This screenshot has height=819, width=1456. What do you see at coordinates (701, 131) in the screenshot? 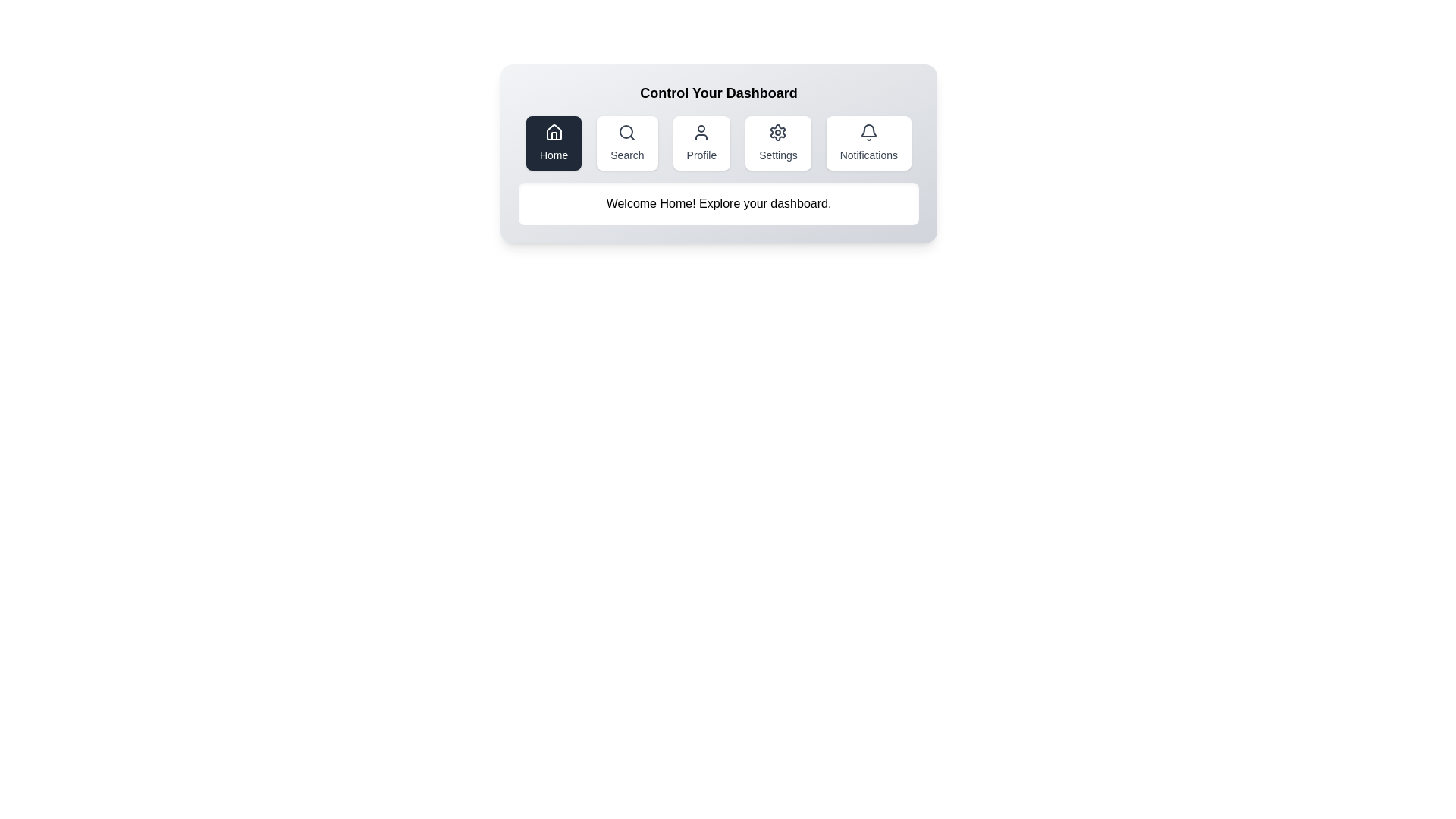
I see `the user silhouette icon within the 'Profile' button` at bounding box center [701, 131].